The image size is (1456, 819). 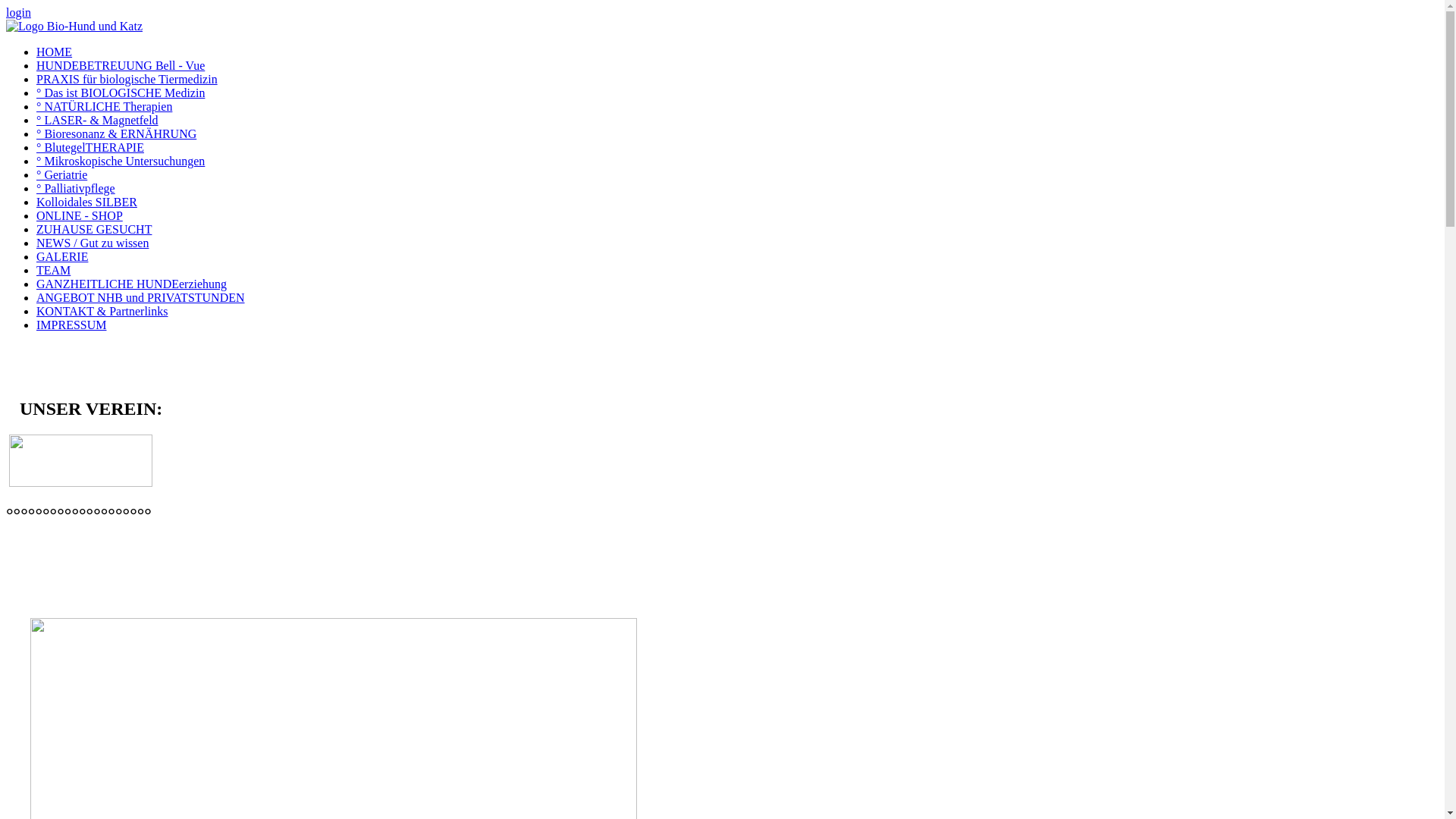 I want to click on 'Kolloidales SILBER', so click(x=36, y=201).